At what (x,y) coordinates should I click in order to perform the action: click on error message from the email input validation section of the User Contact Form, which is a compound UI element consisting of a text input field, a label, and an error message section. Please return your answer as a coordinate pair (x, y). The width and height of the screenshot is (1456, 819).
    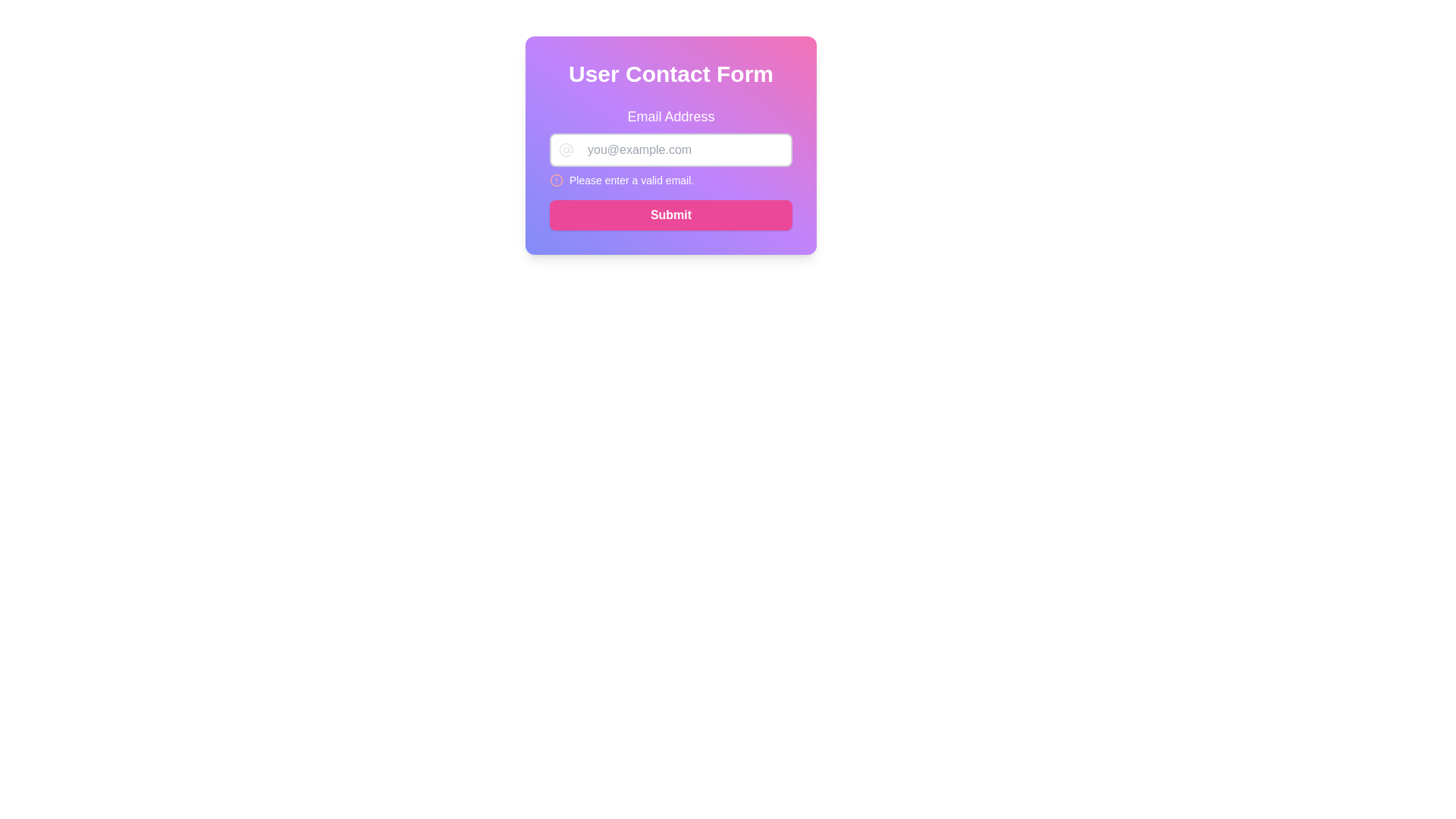
    Looking at the image, I should click on (670, 146).